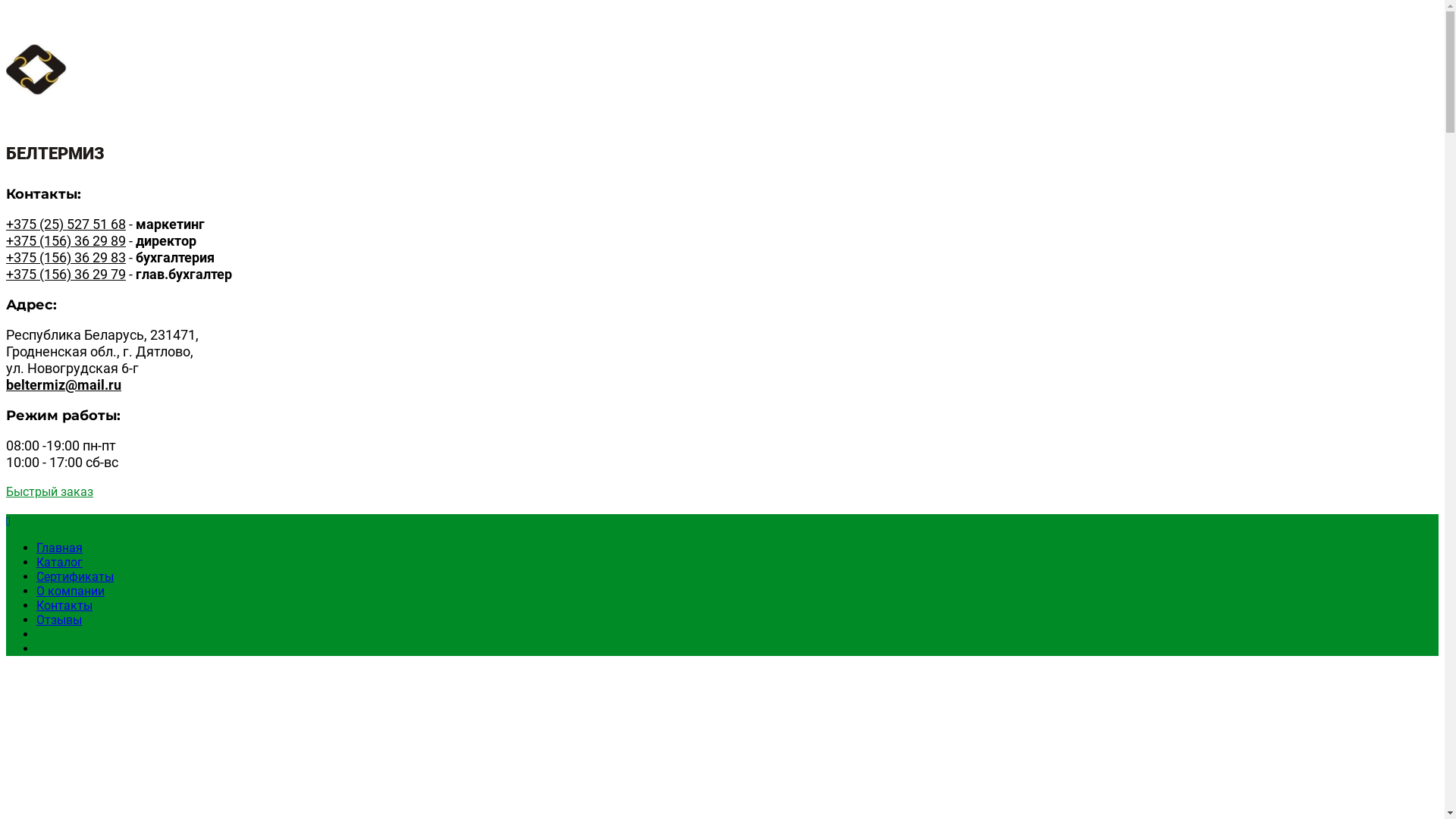  What do you see at coordinates (64, 224) in the screenshot?
I see `'+375 (25) 527 51 68'` at bounding box center [64, 224].